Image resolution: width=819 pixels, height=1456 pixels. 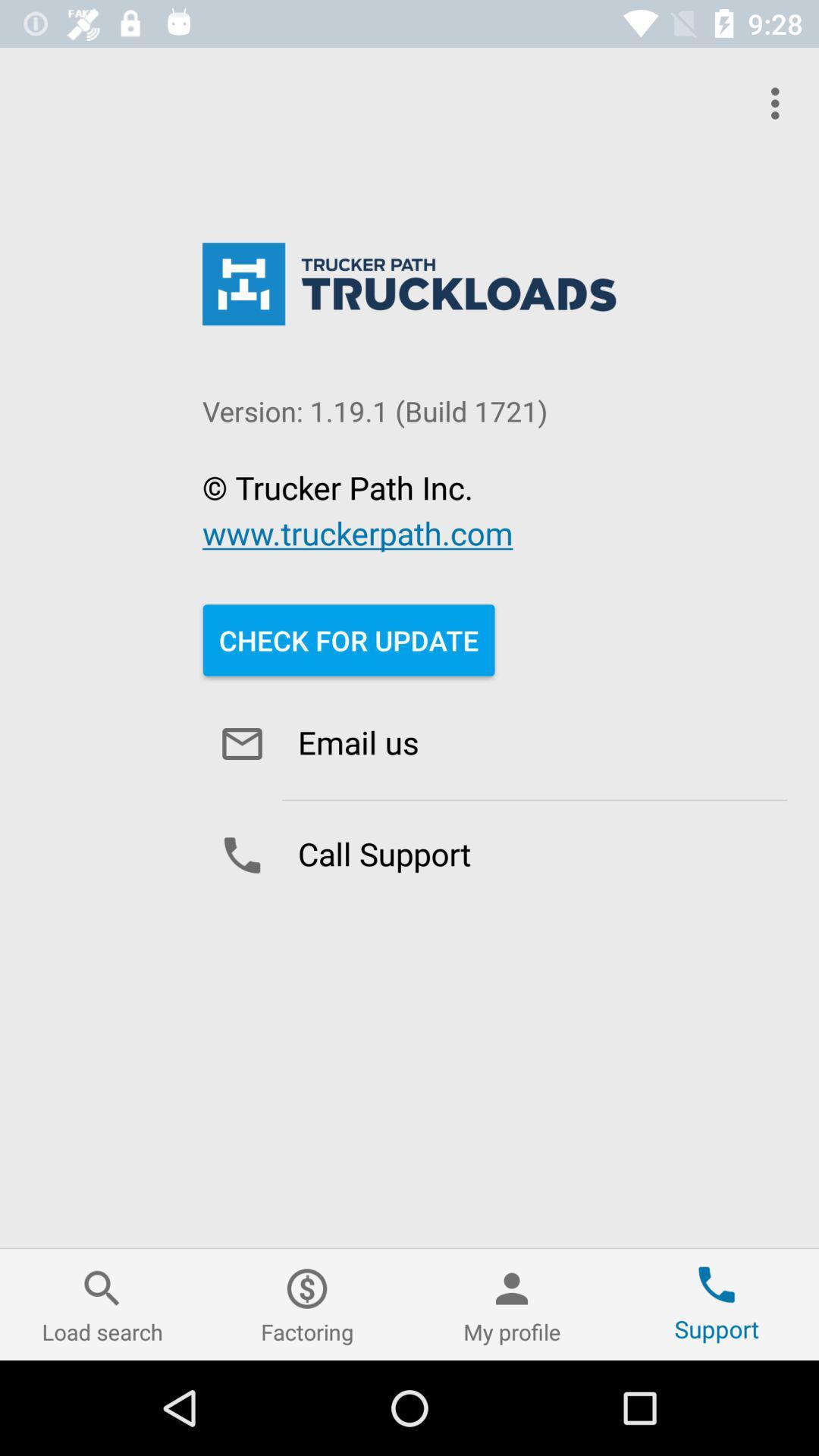 I want to click on option below check for update button, so click(x=494, y=744).